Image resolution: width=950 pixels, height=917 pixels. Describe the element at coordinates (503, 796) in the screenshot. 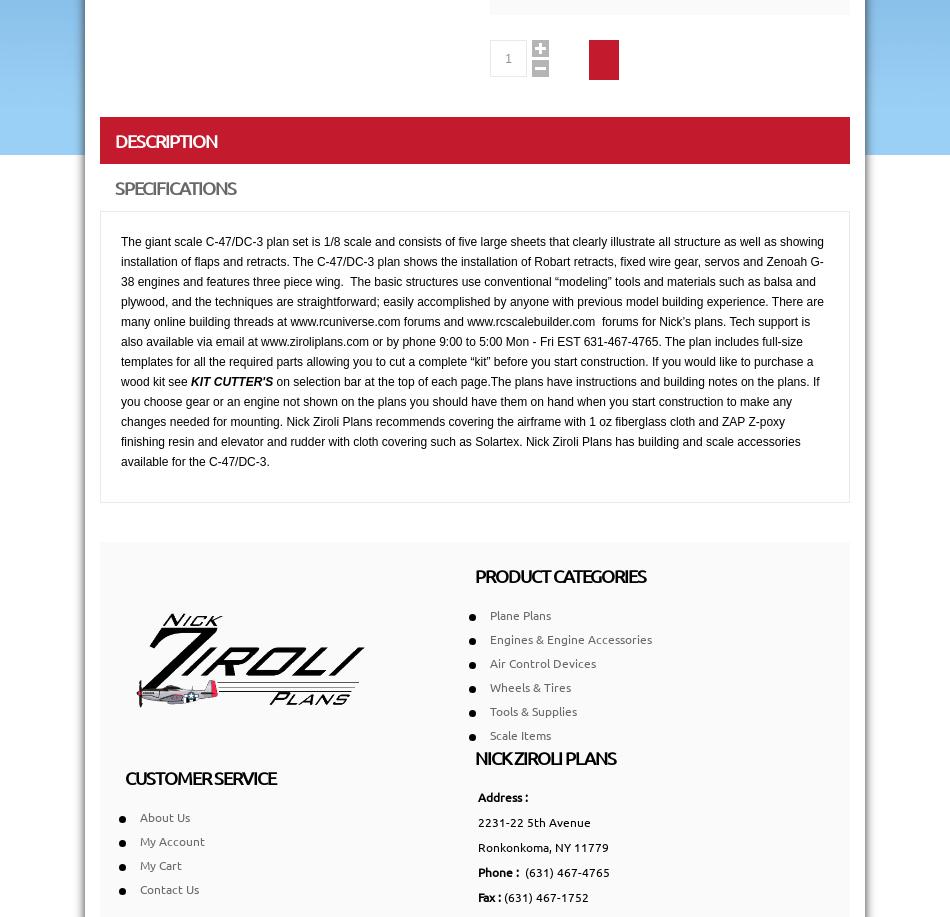

I see `'Address :'` at that location.